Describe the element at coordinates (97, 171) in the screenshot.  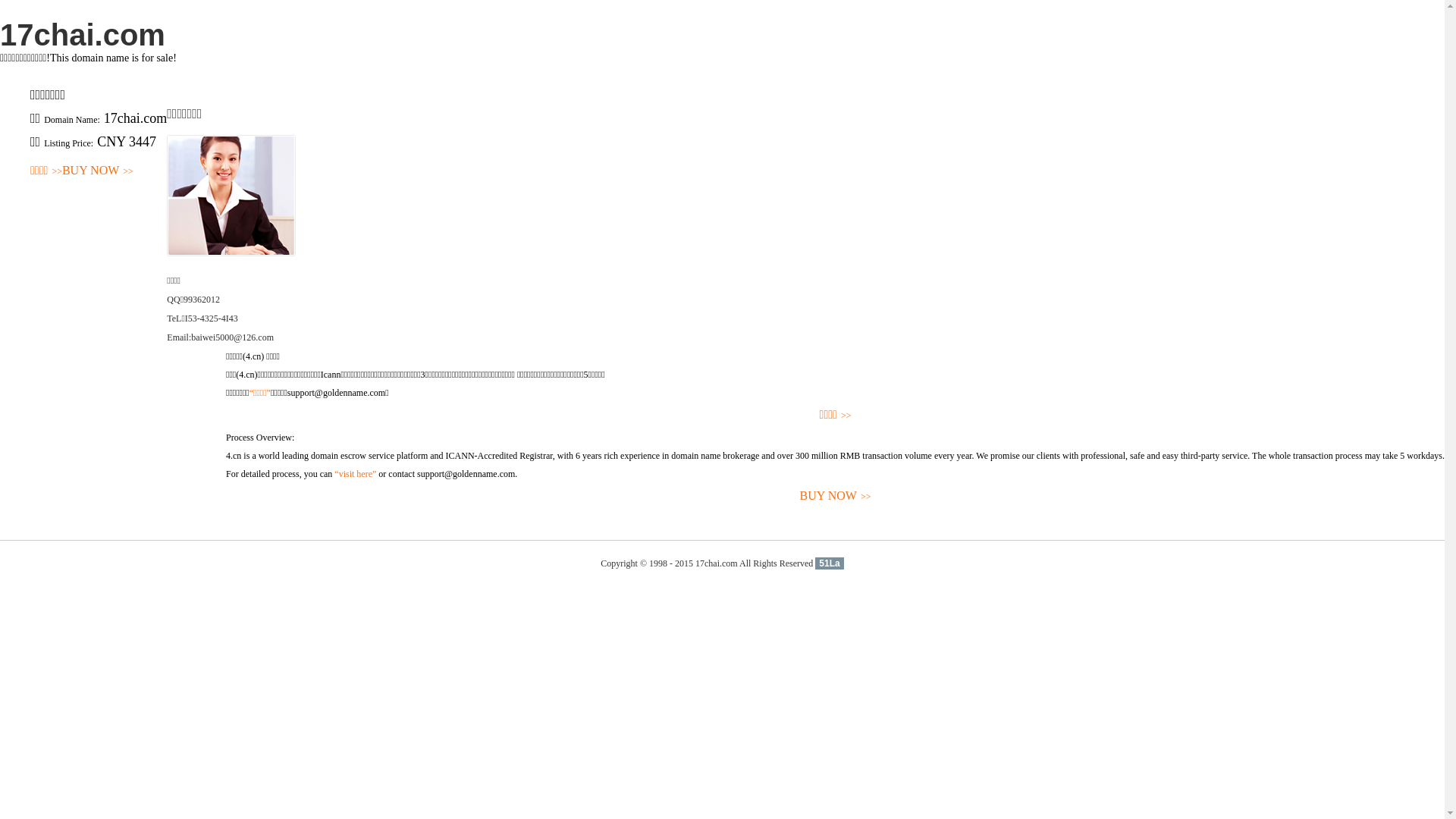
I see `'BUY NOW>>'` at that location.